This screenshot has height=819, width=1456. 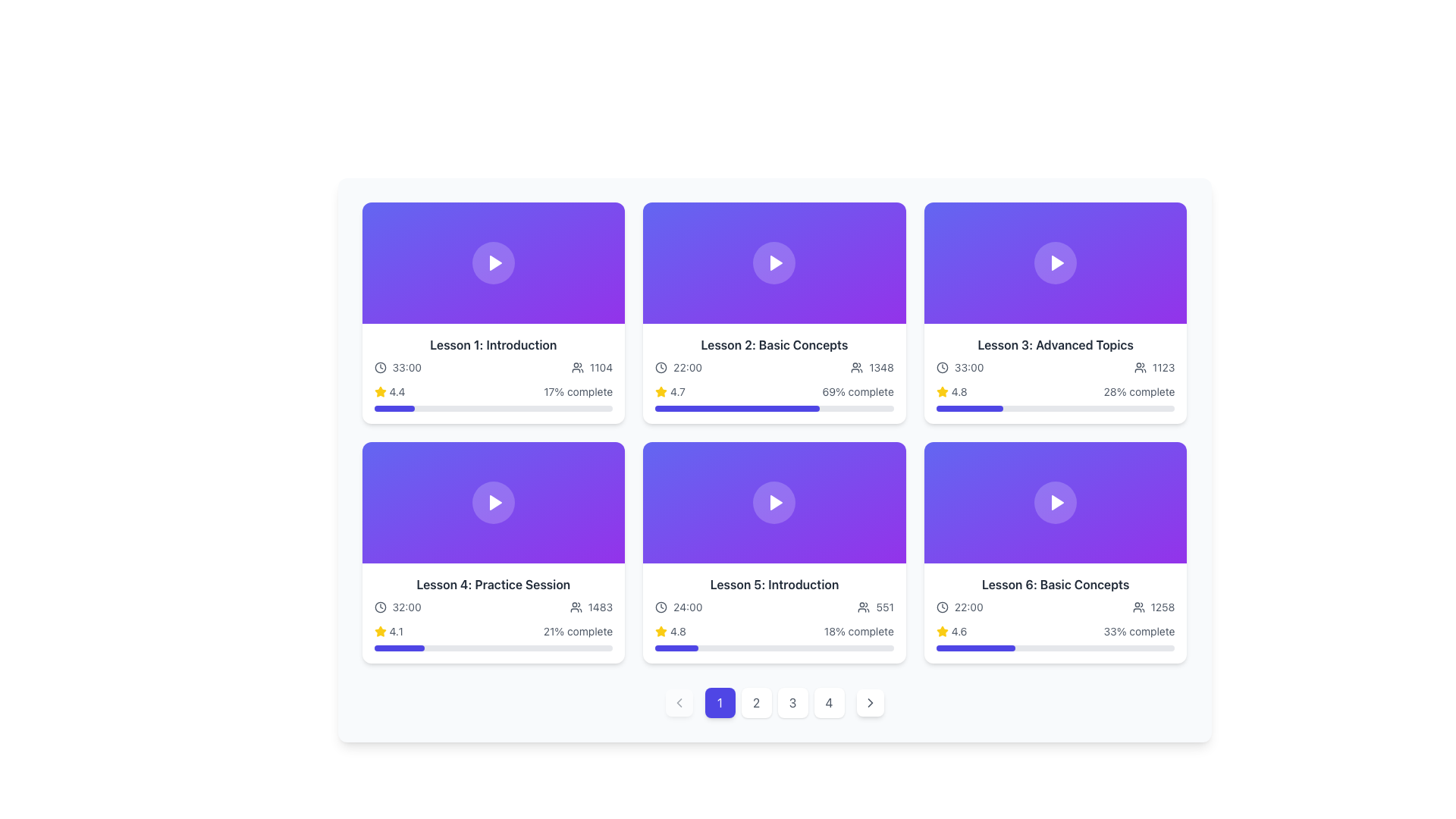 What do you see at coordinates (380, 631) in the screenshot?
I see `the bright yellow star-shaped icon located in the bottom-left corner of the card labeled 'Lesson 4: Practice Session' to rate or view rating details` at bounding box center [380, 631].